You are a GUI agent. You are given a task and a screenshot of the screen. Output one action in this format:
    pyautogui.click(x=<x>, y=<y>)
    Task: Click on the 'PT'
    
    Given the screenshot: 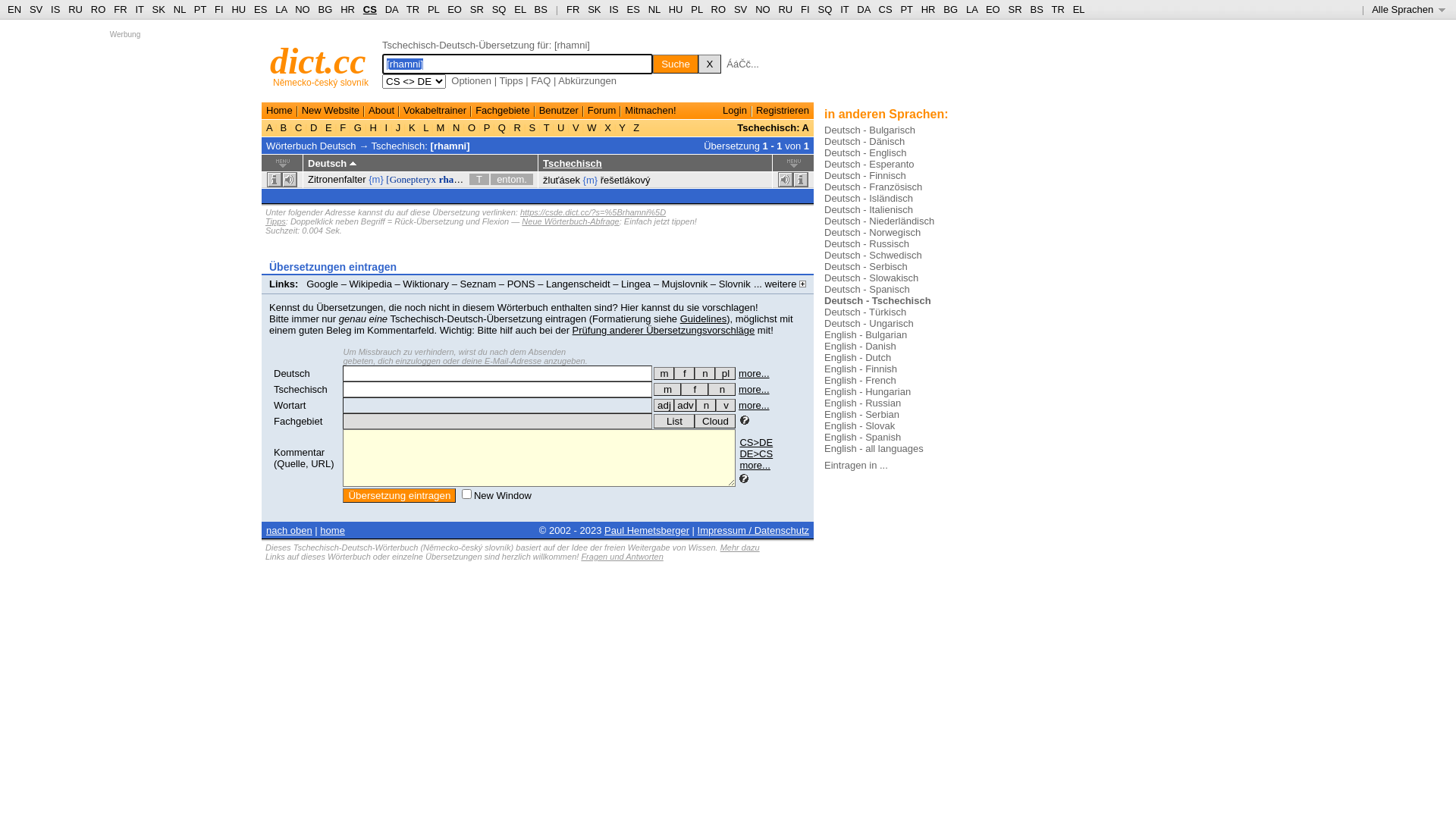 What is the action you would take?
    pyautogui.click(x=199, y=9)
    